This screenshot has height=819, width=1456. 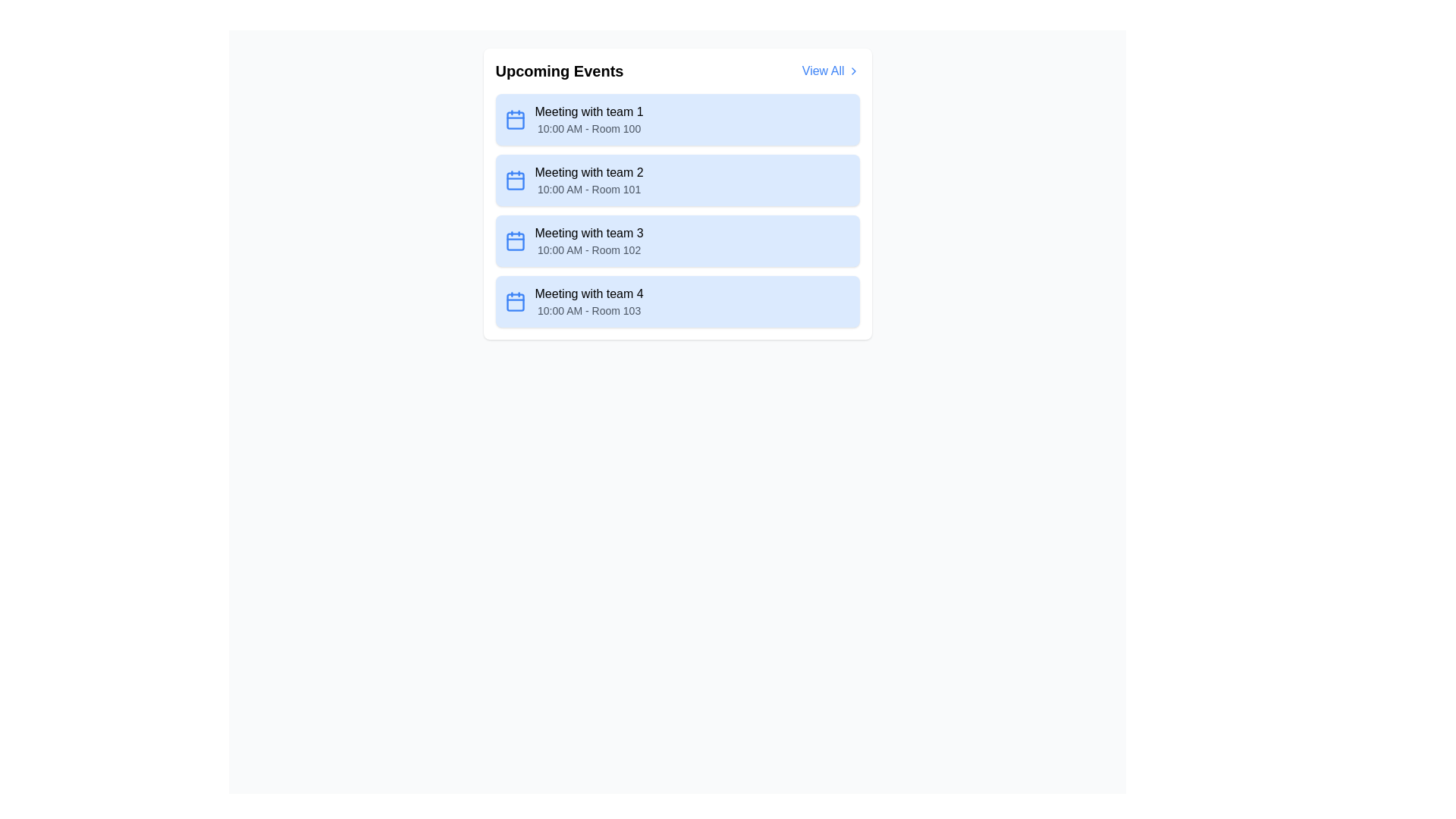 What do you see at coordinates (853, 71) in the screenshot?
I see `the visual indicator icon located at the top-right corner of the 'Upcoming Events' section, immediately to the right of the 'View All' text` at bounding box center [853, 71].